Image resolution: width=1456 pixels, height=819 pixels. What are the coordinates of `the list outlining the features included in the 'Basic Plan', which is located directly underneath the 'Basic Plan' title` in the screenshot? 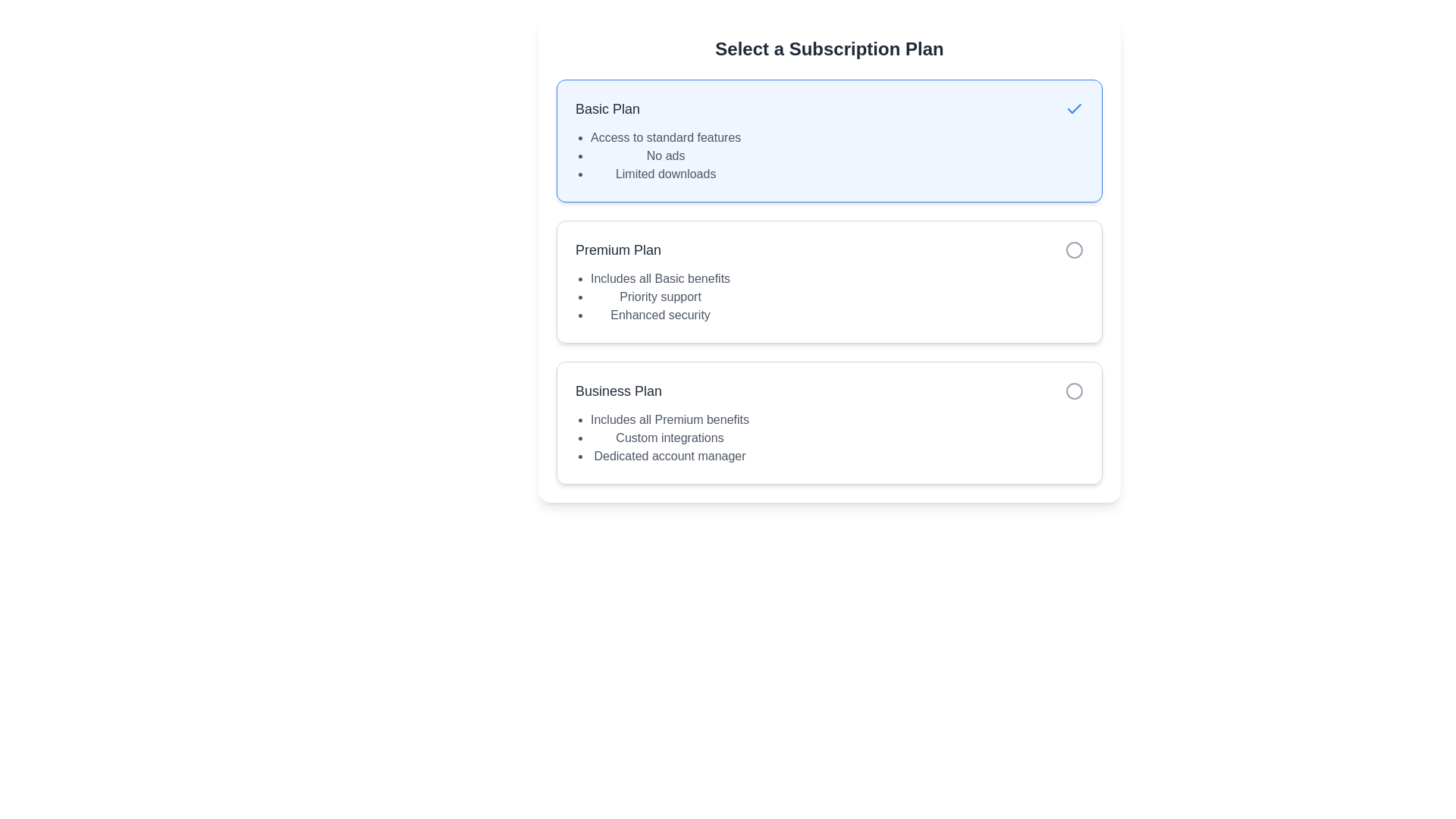 It's located at (658, 155).